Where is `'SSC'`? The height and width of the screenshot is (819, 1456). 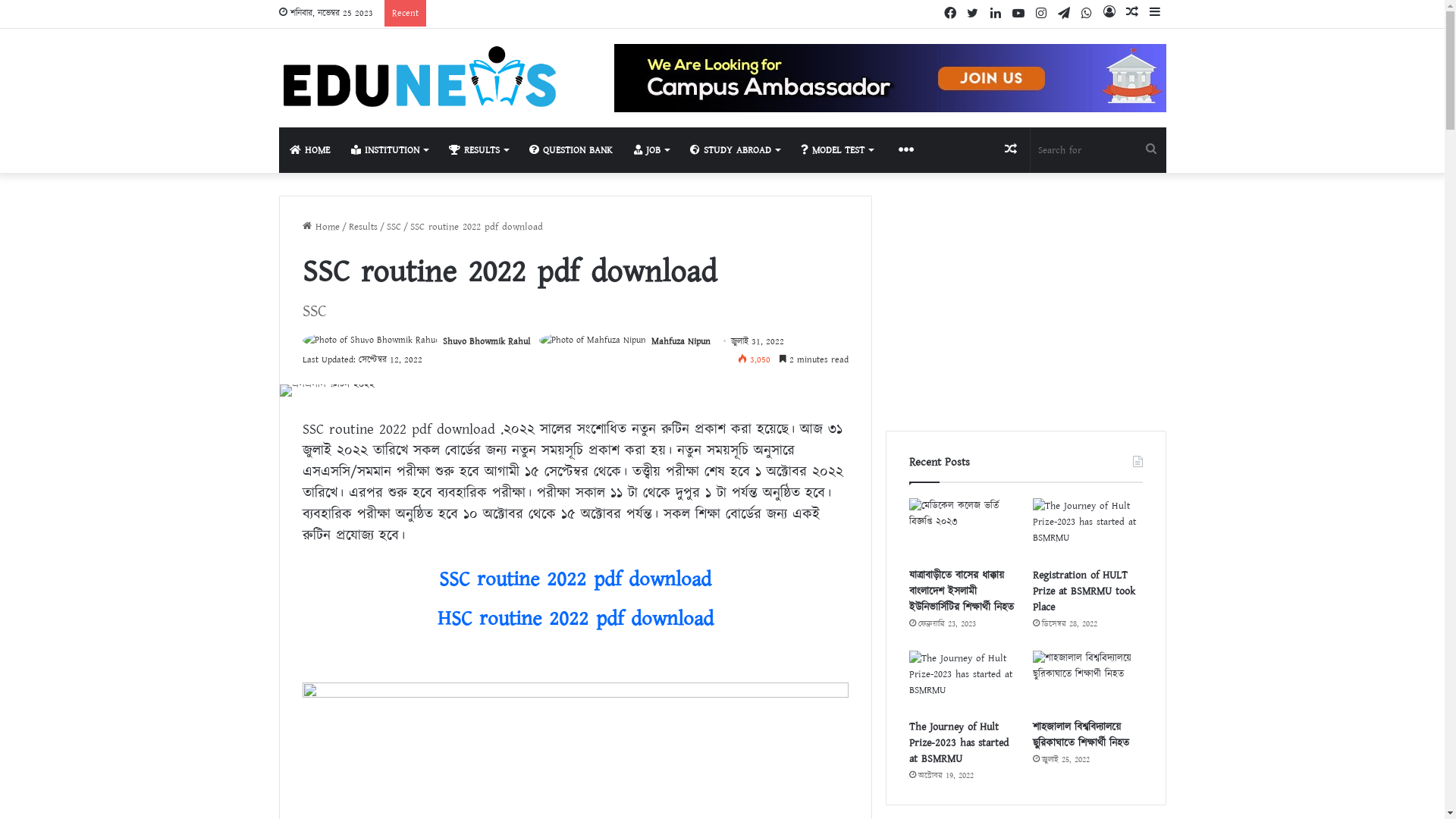
'SSC' is located at coordinates (394, 227).